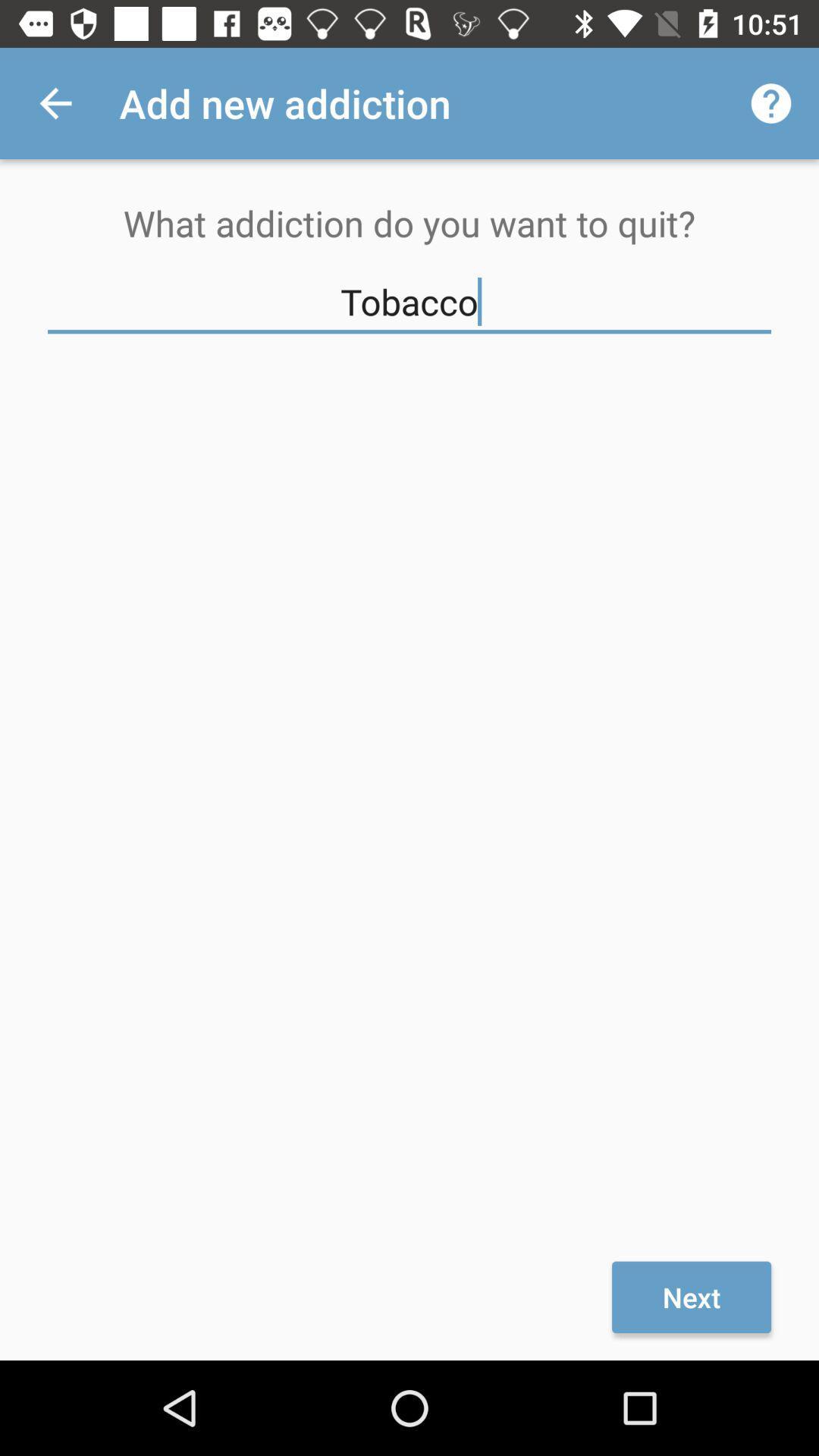 The height and width of the screenshot is (1456, 819). Describe the element at coordinates (771, 102) in the screenshot. I see `item above what addiction do icon` at that location.